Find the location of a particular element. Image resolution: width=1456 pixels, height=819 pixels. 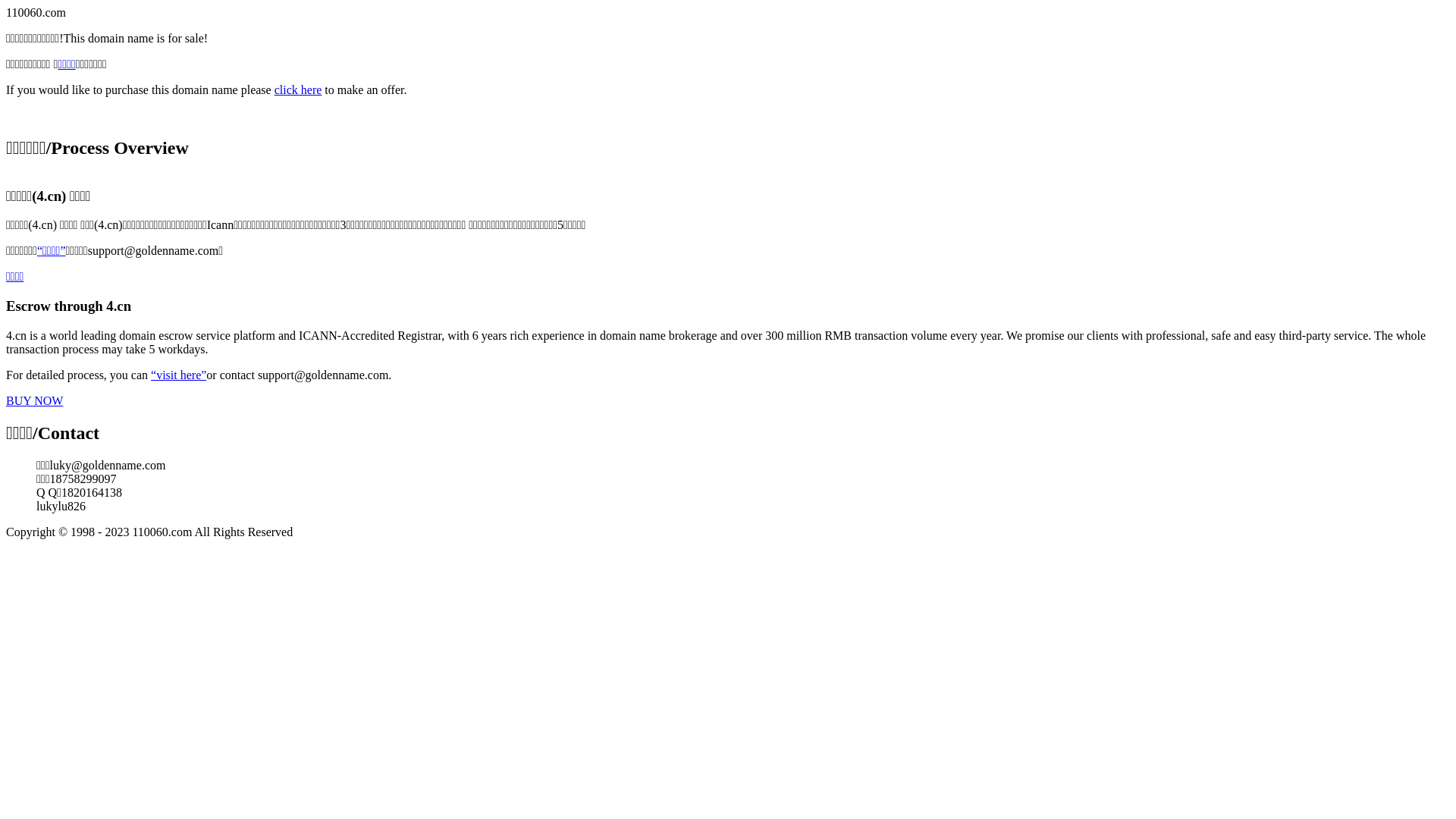

'BUY NOW' is located at coordinates (34, 400).